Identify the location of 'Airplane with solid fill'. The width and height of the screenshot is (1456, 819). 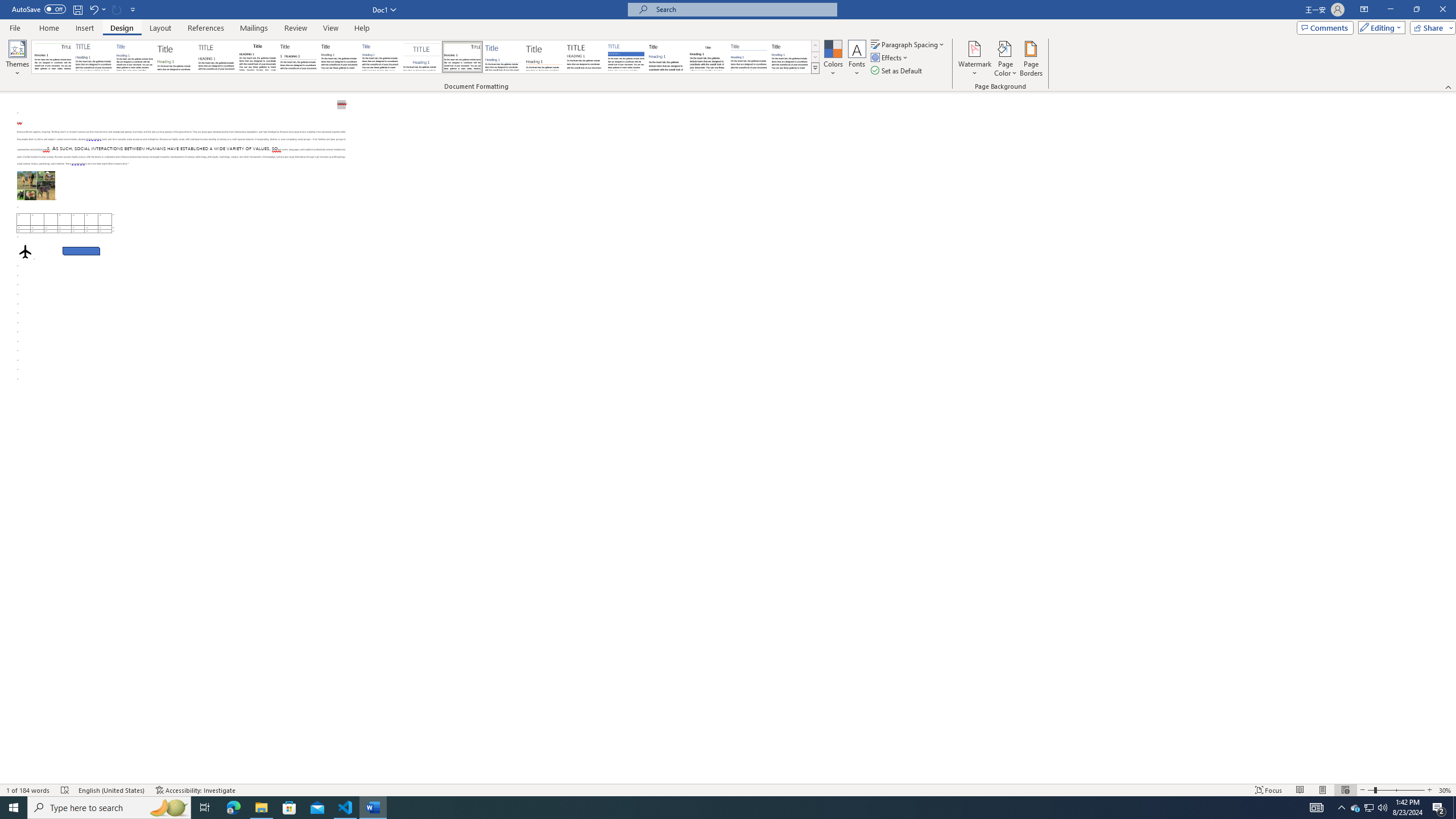
(25, 251).